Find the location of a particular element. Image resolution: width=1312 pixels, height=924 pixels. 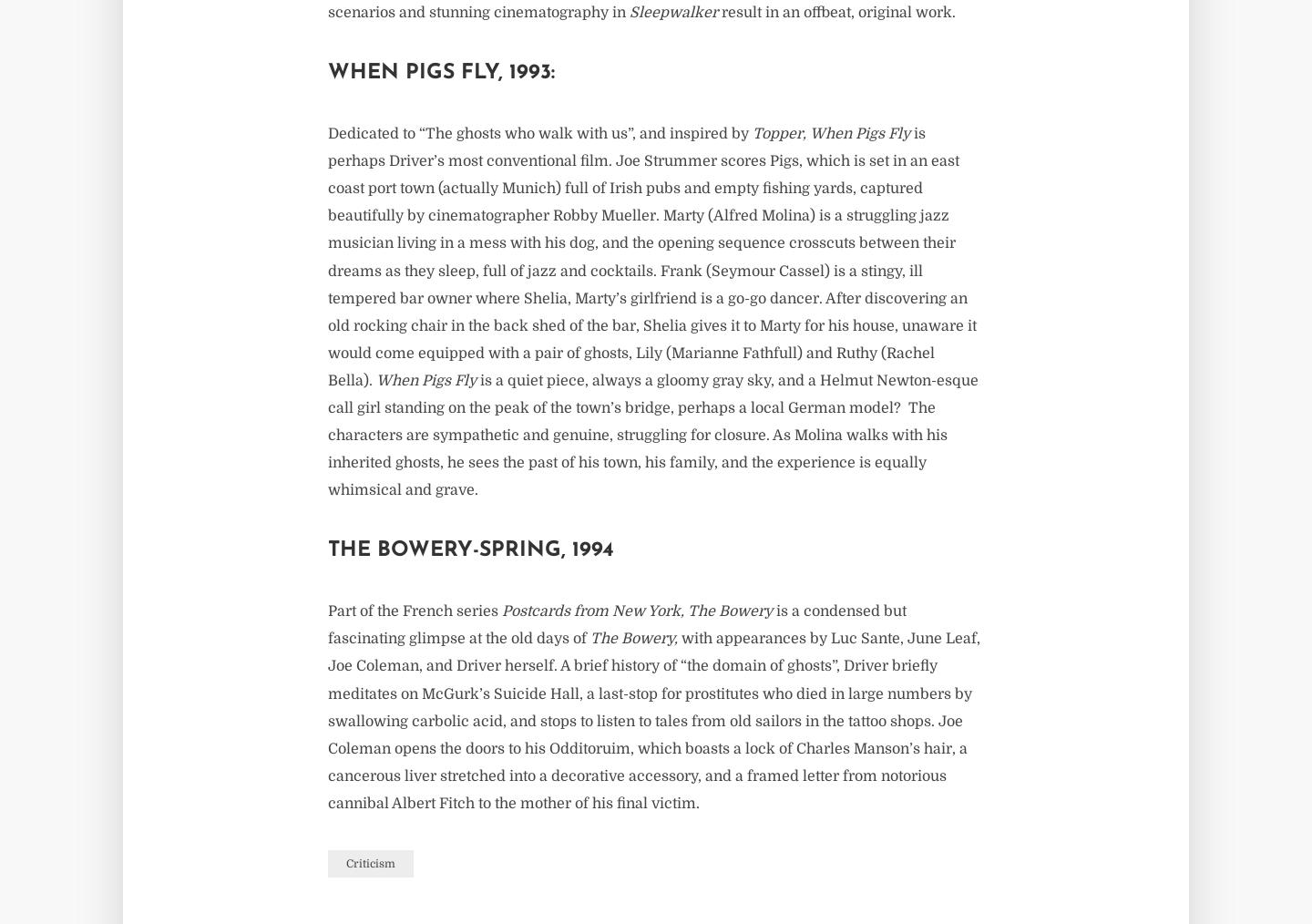

'The Bowery-Spring, 1994' is located at coordinates (328, 550).